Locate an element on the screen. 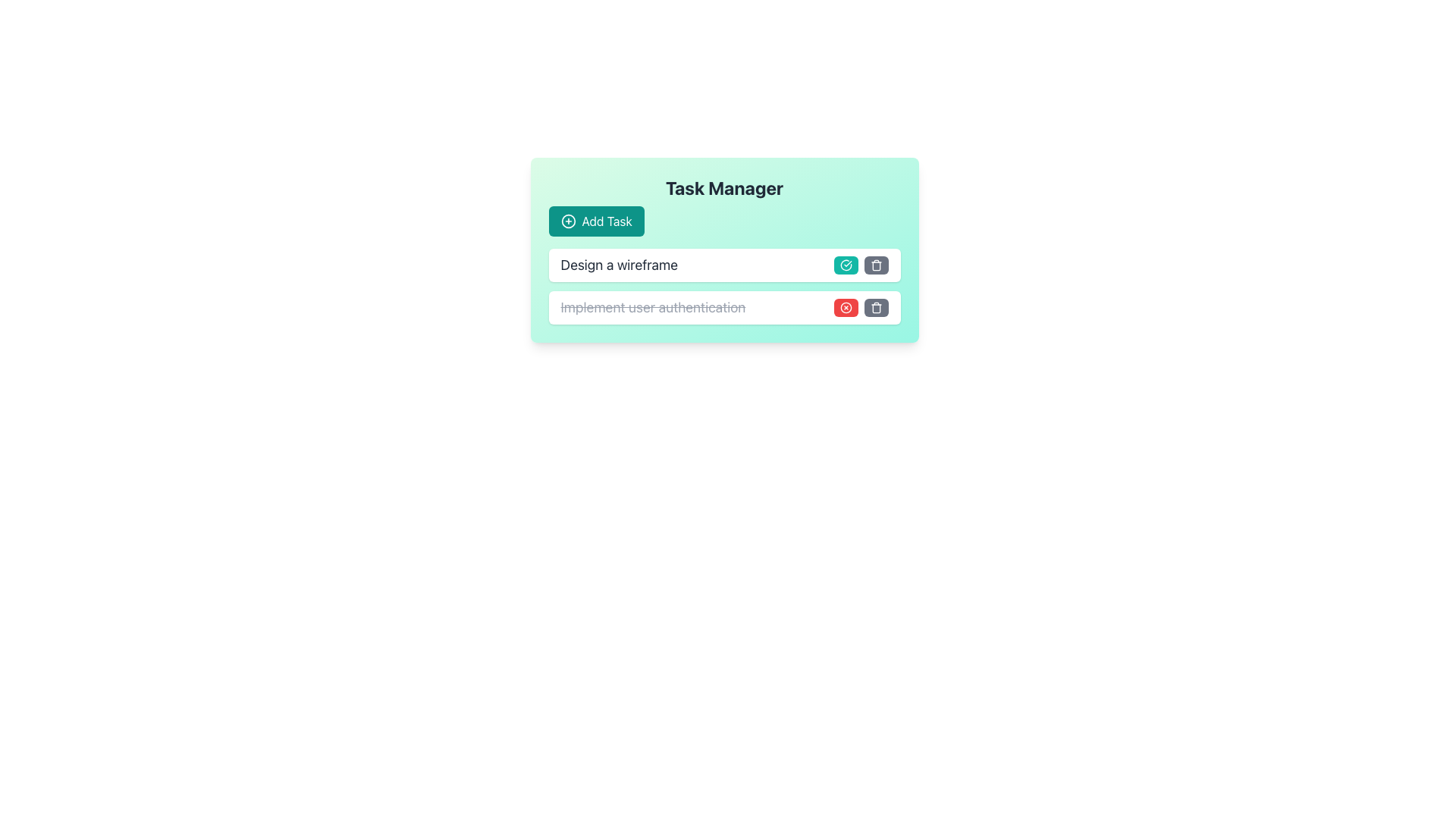 The height and width of the screenshot is (819, 1456). the 'Add Task' icon located to the left of the button labeled 'Add Task' in the upper-left segment of the main interface is located at coordinates (567, 221).